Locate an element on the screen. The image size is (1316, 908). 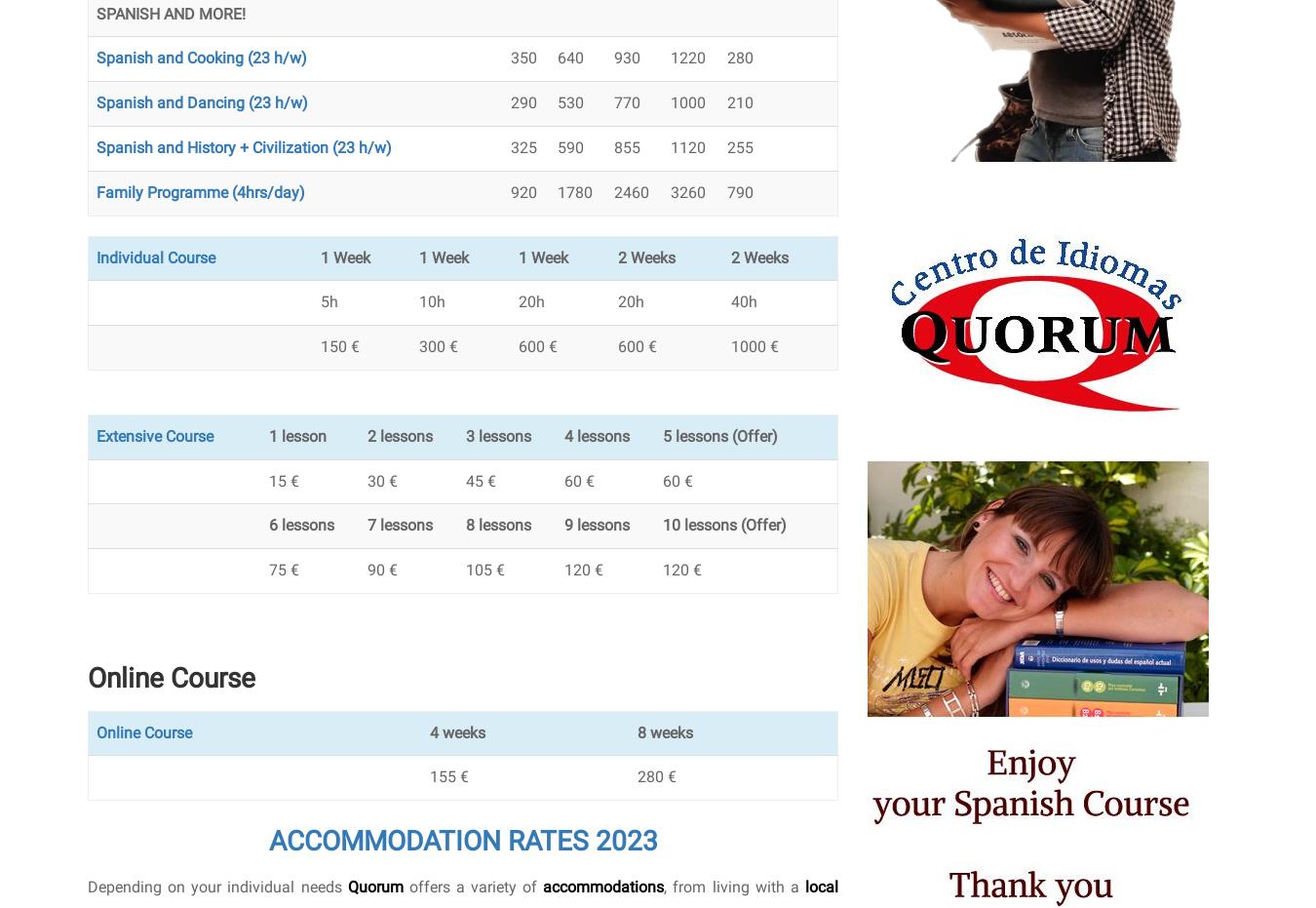
'3260' is located at coordinates (685, 190).